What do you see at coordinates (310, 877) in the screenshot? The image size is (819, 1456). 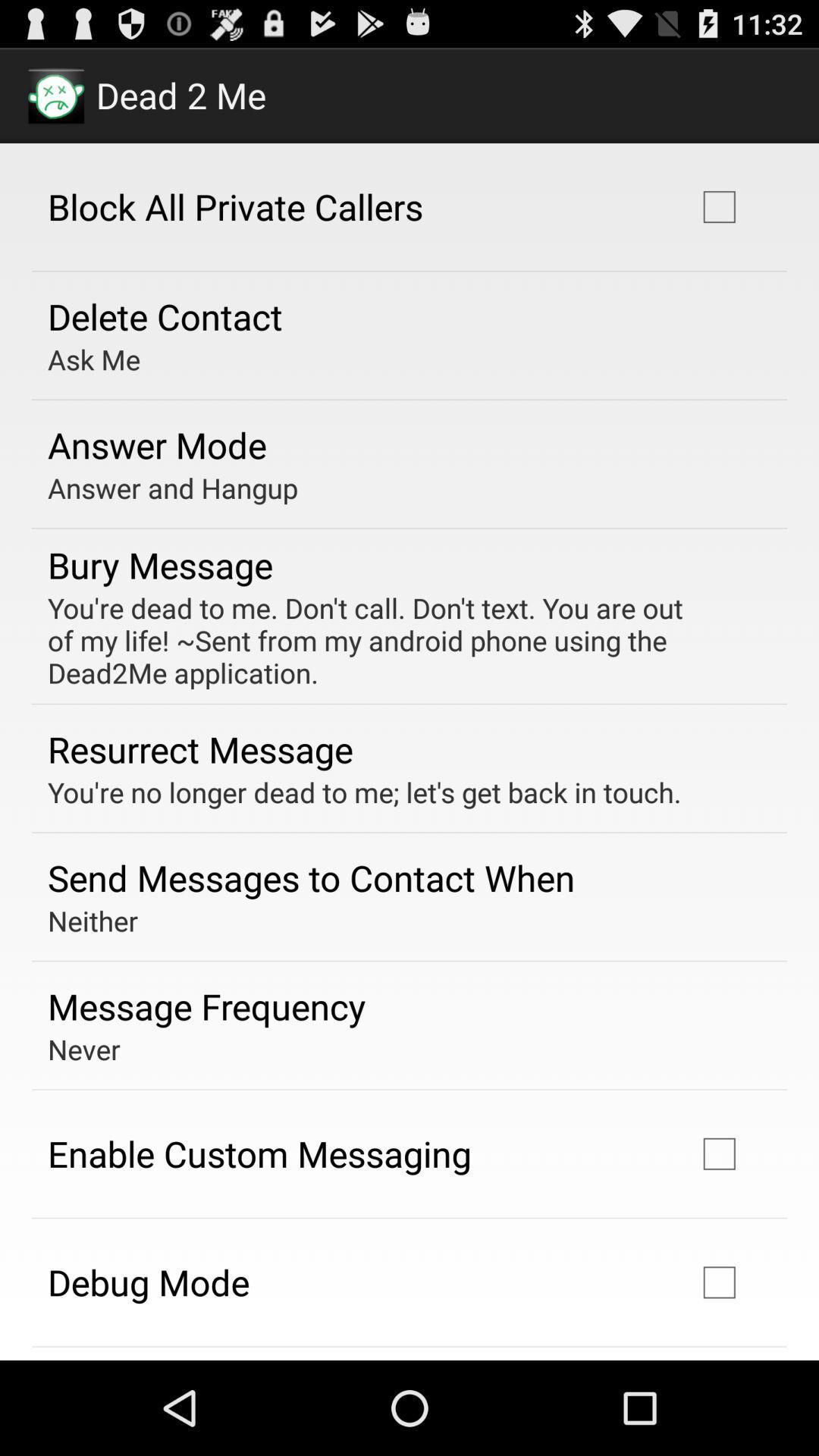 I see `the send messages to item` at bounding box center [310, 877].